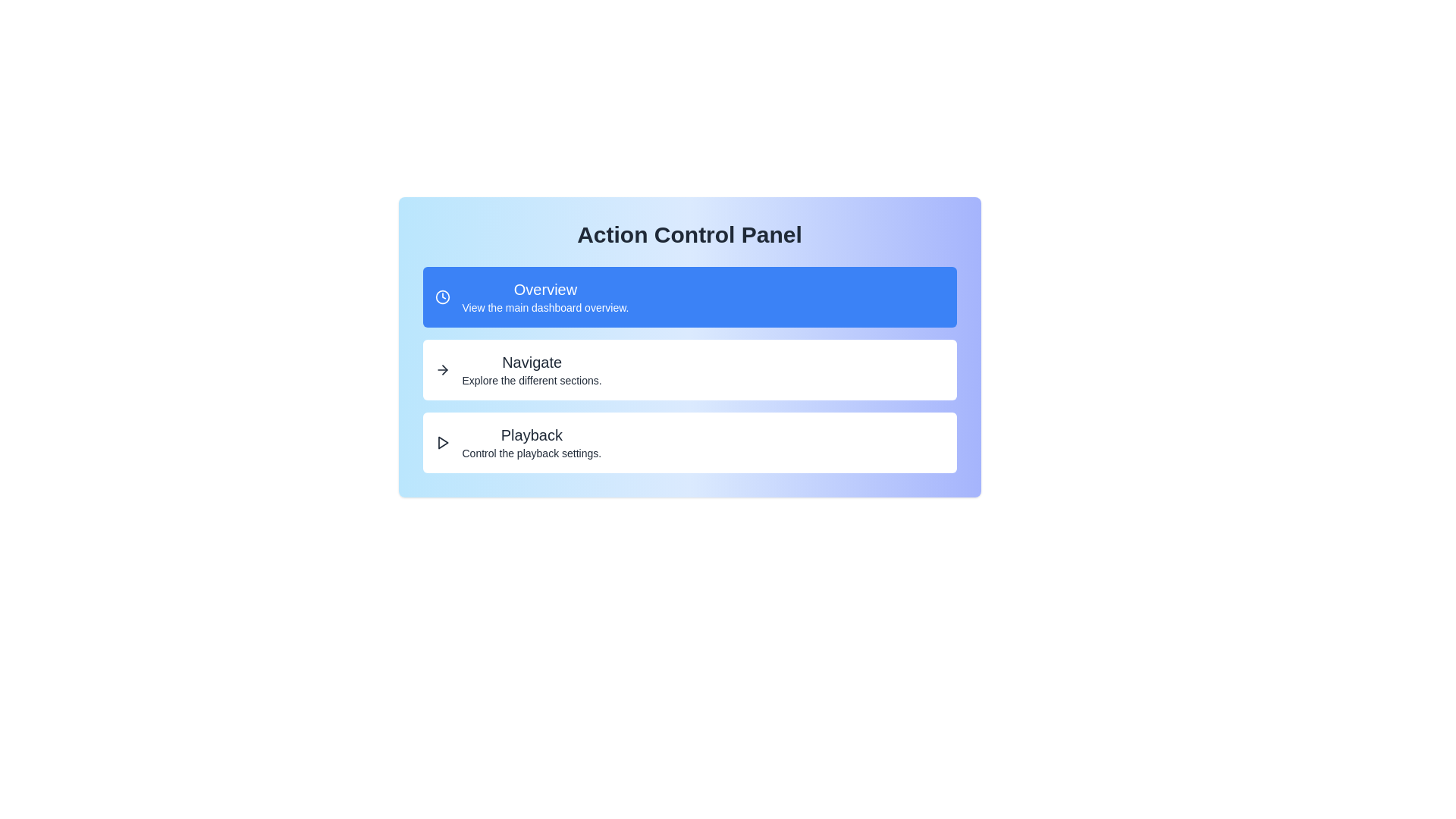 The height and width of the screenshot is (819, 1456). Describe the element at coordinates (441, 297) in the screenshot. I see `the circular component of the clock-like icon located inside the blue rectangular area labeled 'Overview'` at that location.